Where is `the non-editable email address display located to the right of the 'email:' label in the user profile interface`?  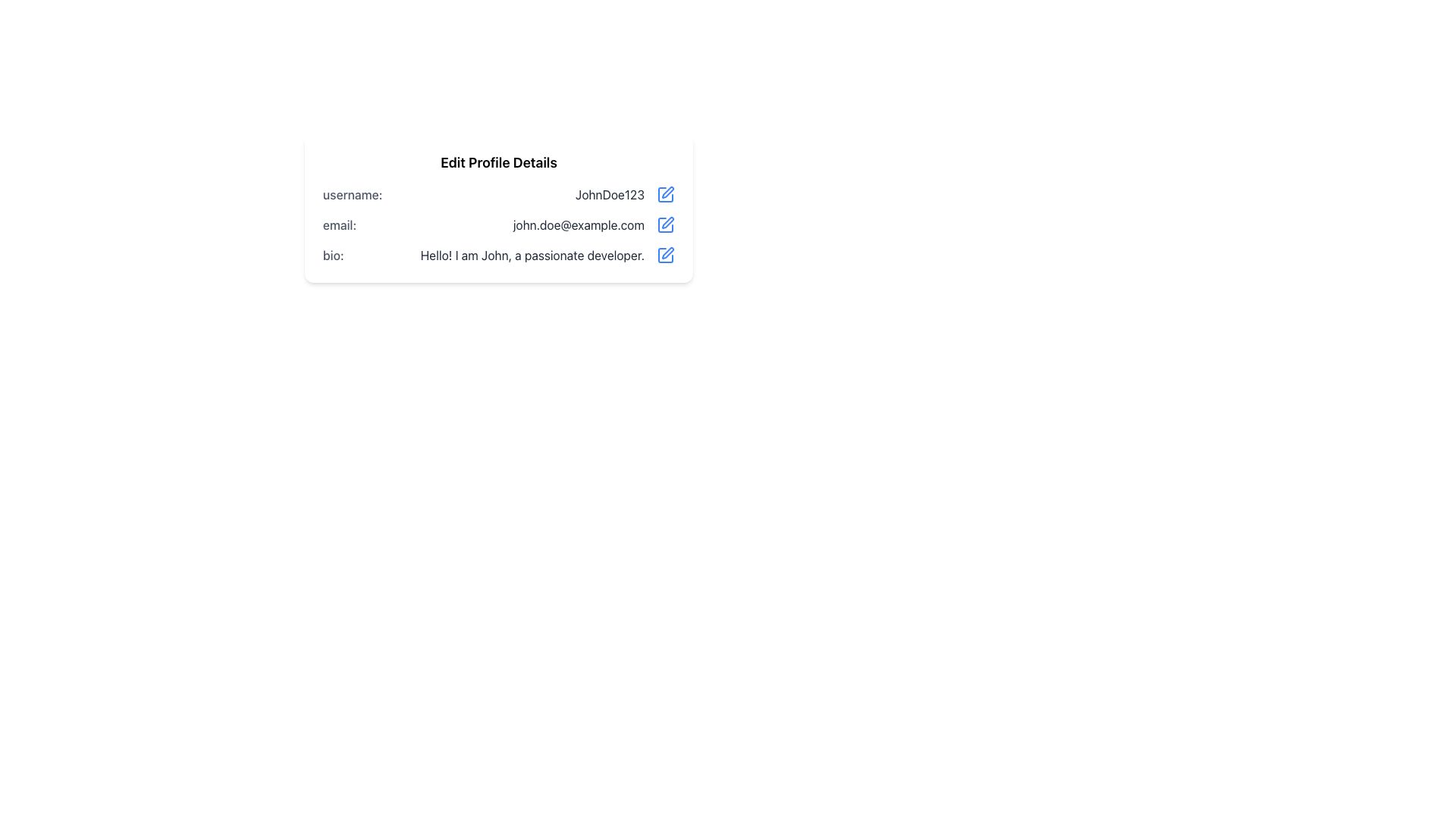
the non-editable email address display located to the right of the 'email:' label in the user profile interface is located at coordinates (593, 225).